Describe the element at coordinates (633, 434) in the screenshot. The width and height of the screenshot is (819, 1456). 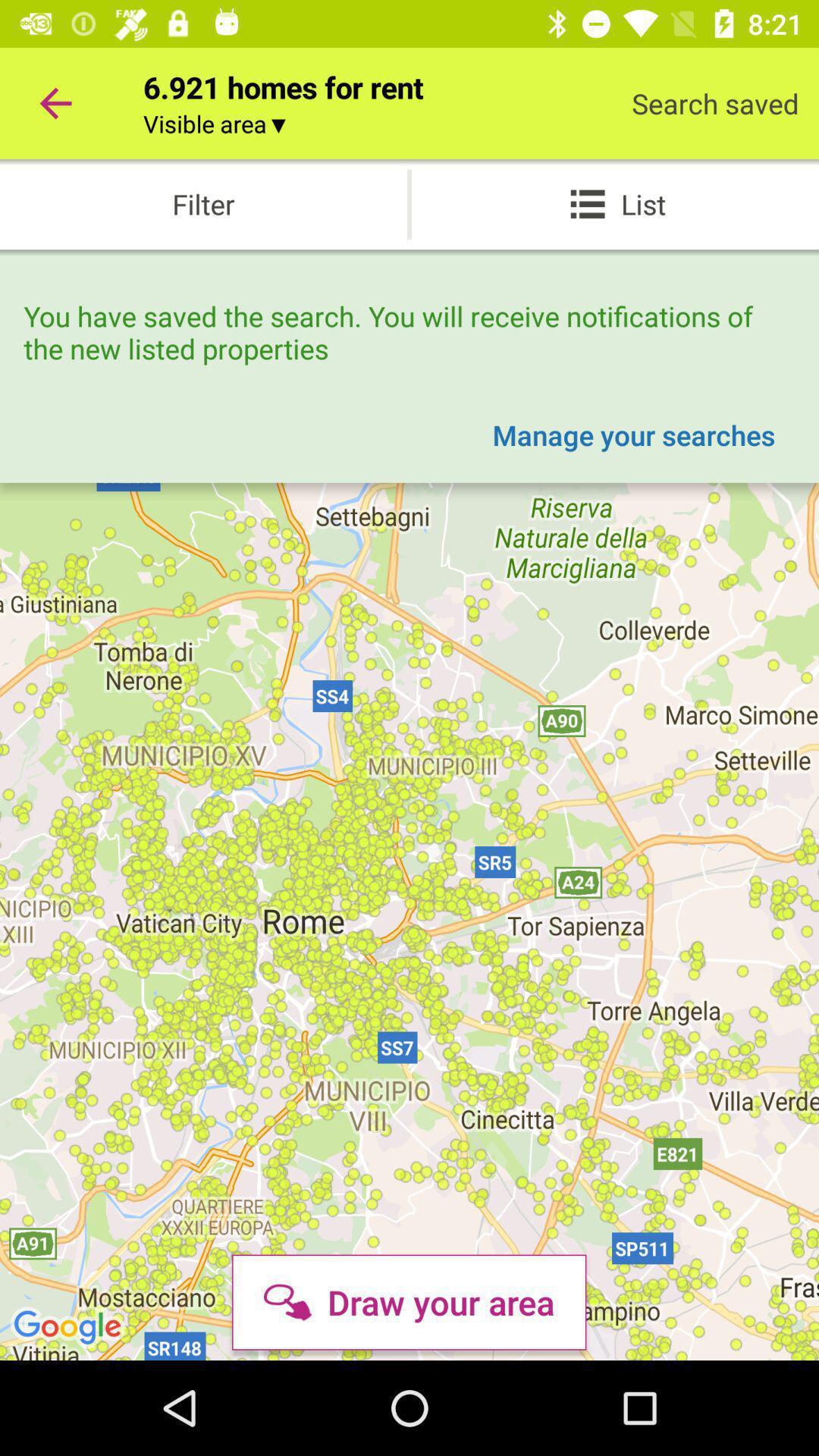
I see `manage your searches item` at that location.